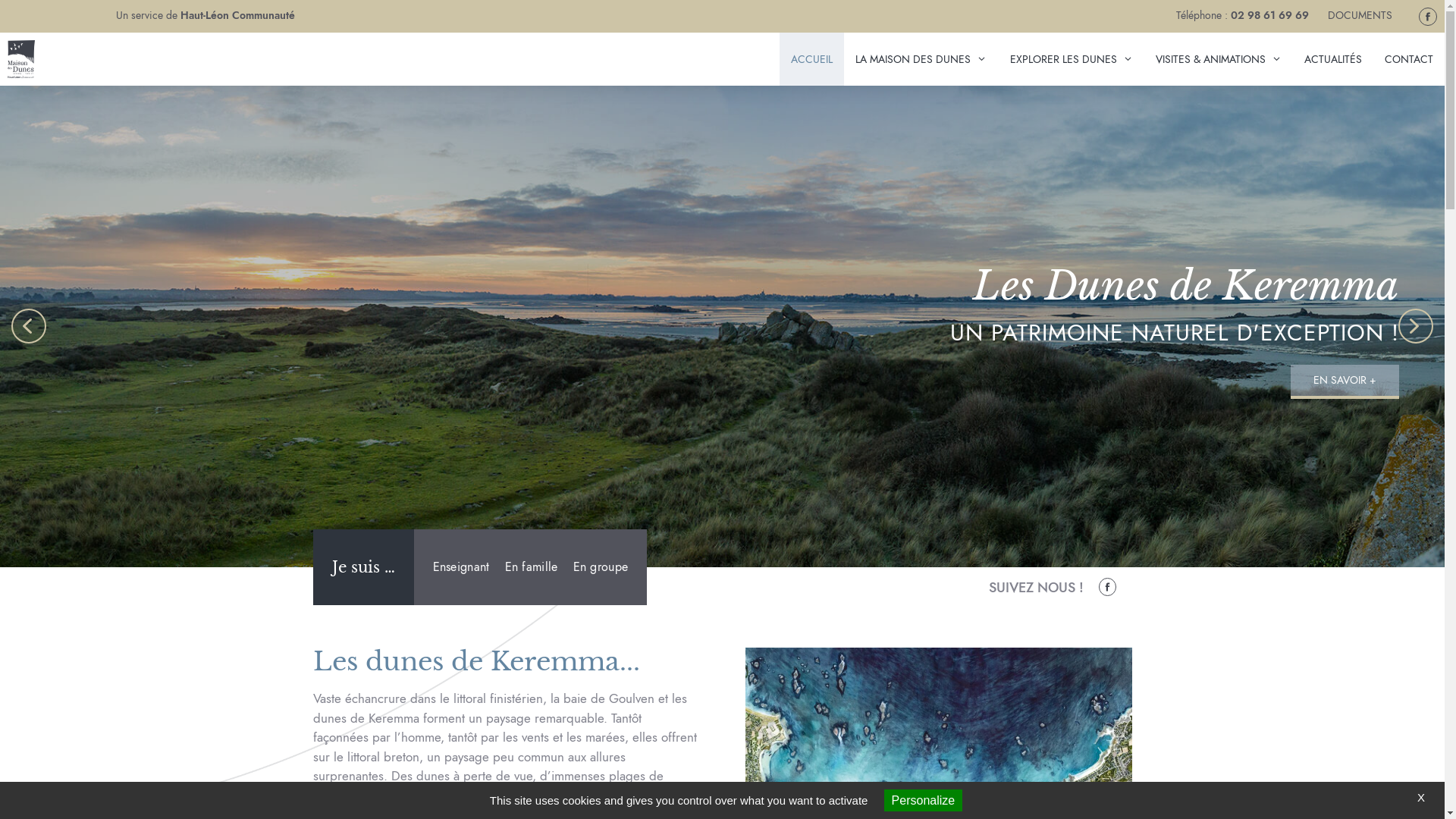 The height and width of the screenshot is (819, 1456). I want to click on 'CONTACT', so click(1407, 58).